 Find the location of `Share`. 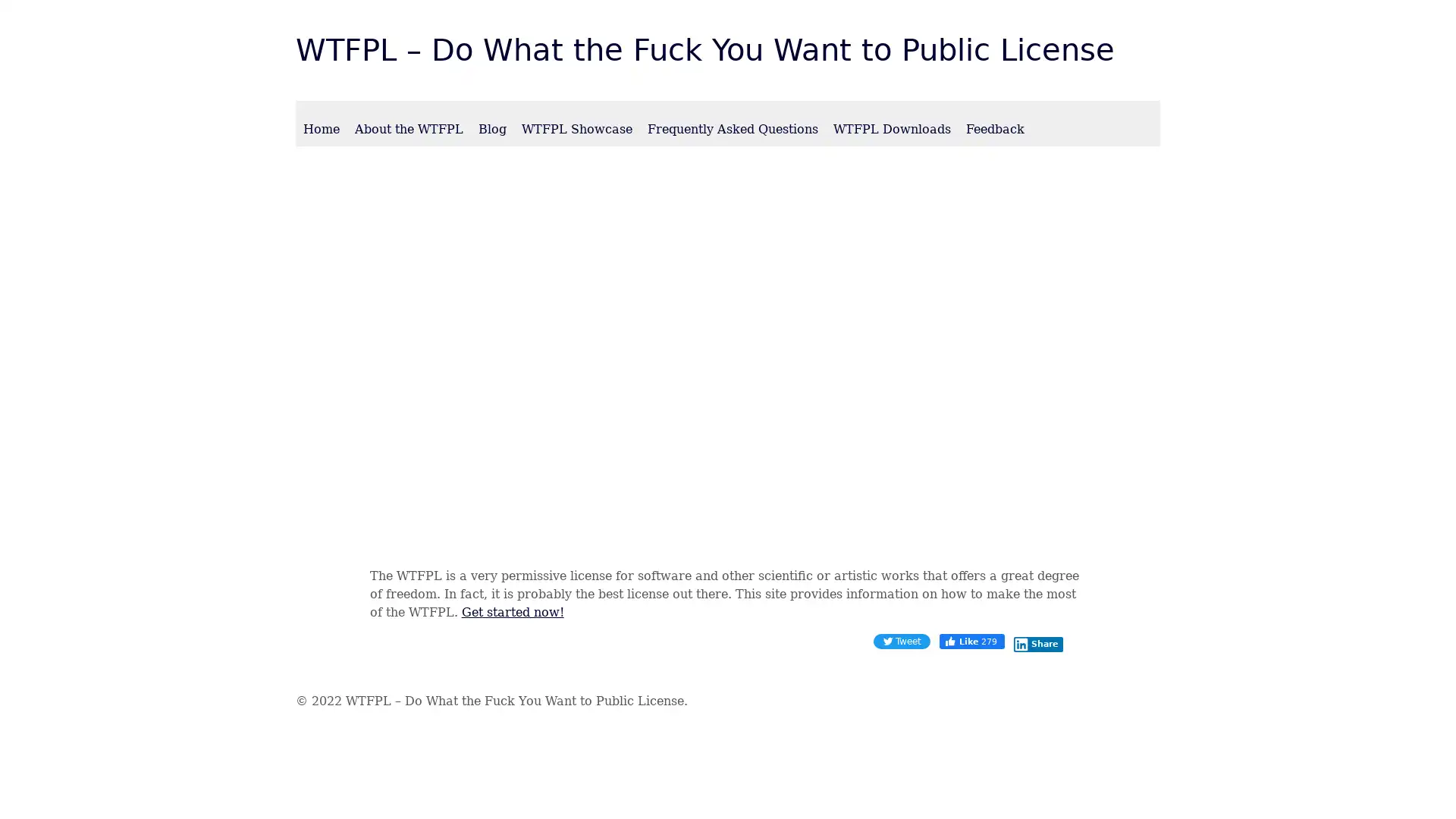

Share is located at coordinates (1037, 644).